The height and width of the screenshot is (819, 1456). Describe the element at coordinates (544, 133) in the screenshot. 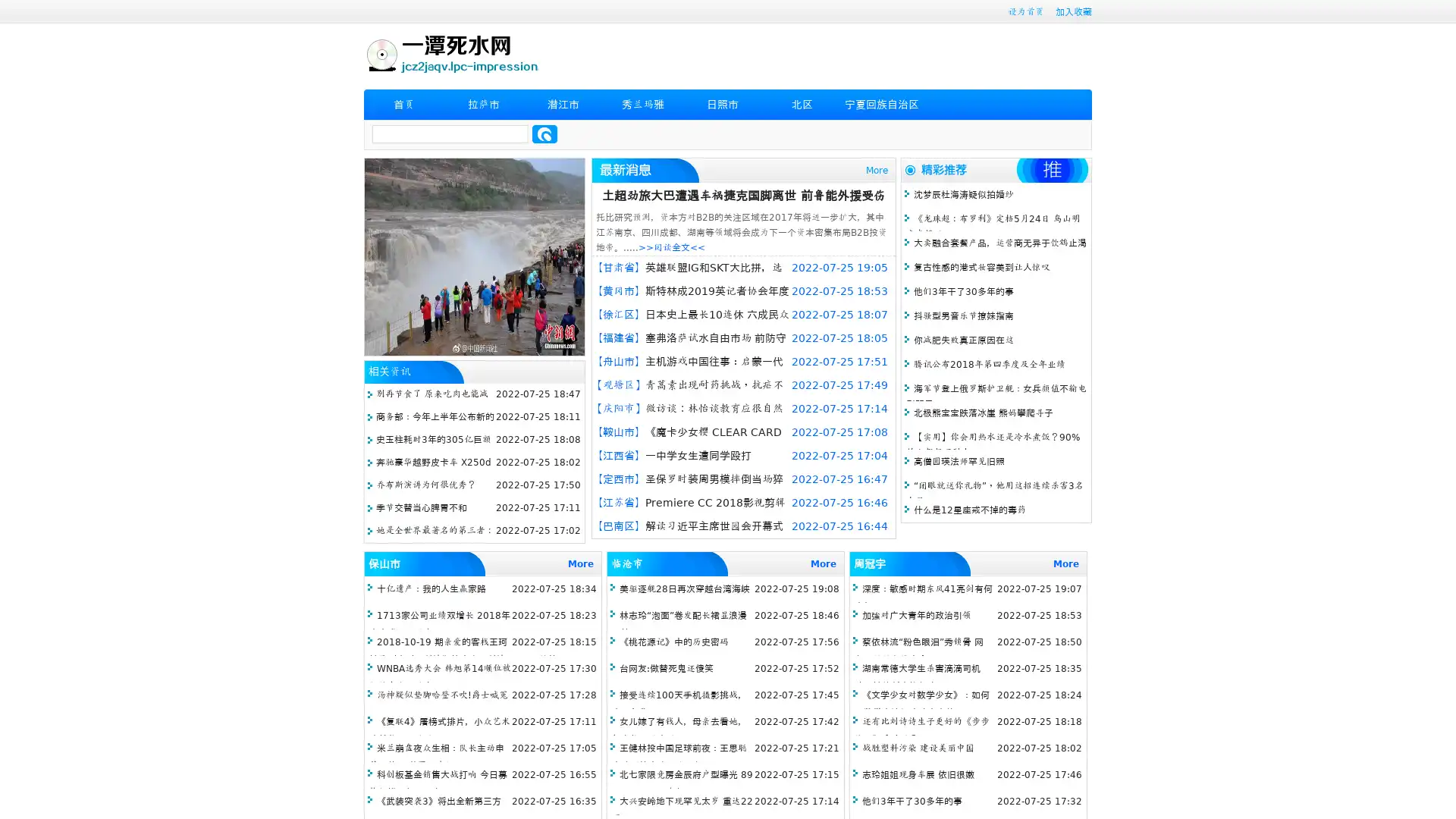

I see `Search` at that location.